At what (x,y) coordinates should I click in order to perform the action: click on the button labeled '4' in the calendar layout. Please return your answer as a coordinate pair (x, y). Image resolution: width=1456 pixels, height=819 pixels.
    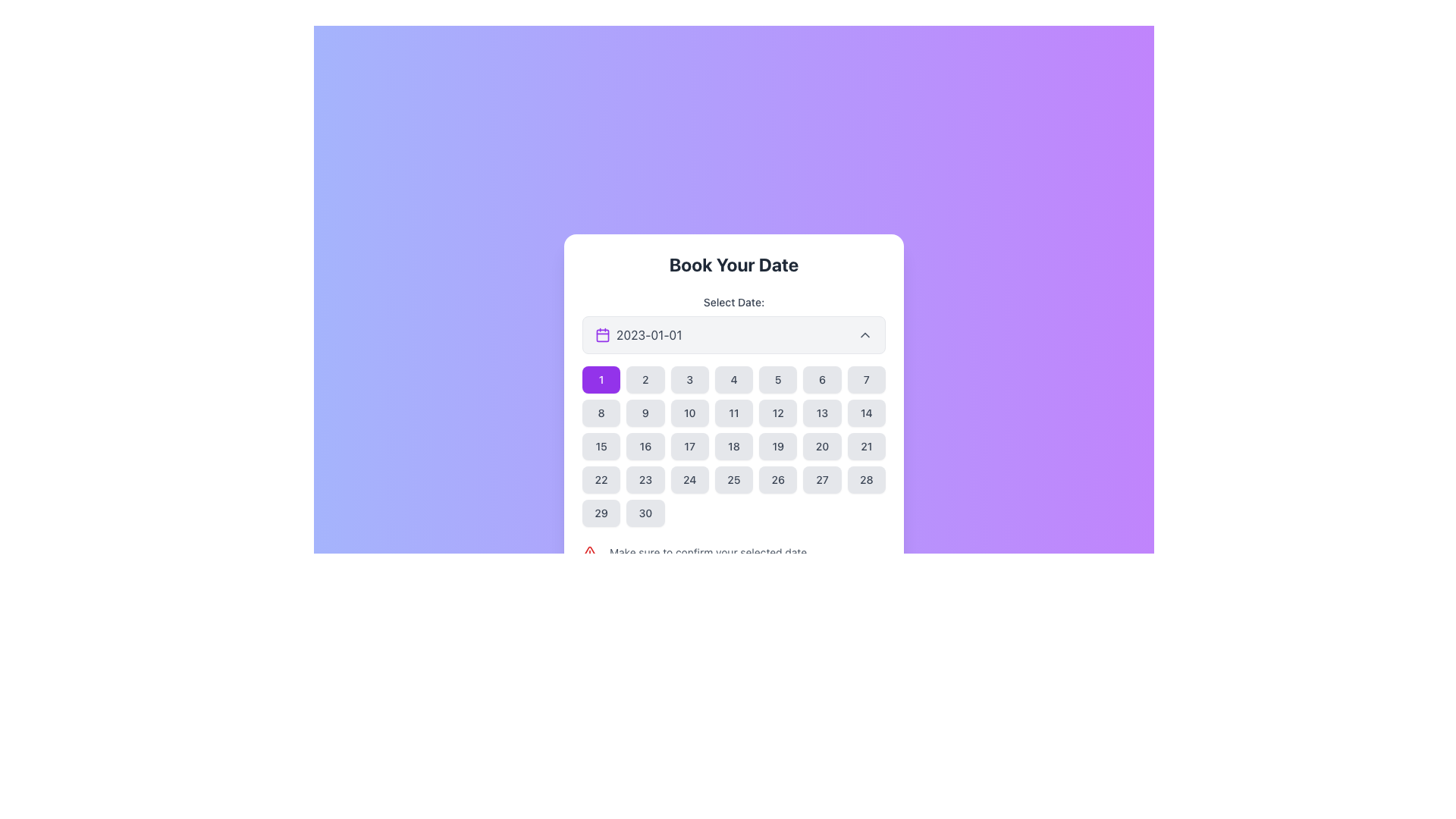
    Looking at the image, I should click on (734, 379).